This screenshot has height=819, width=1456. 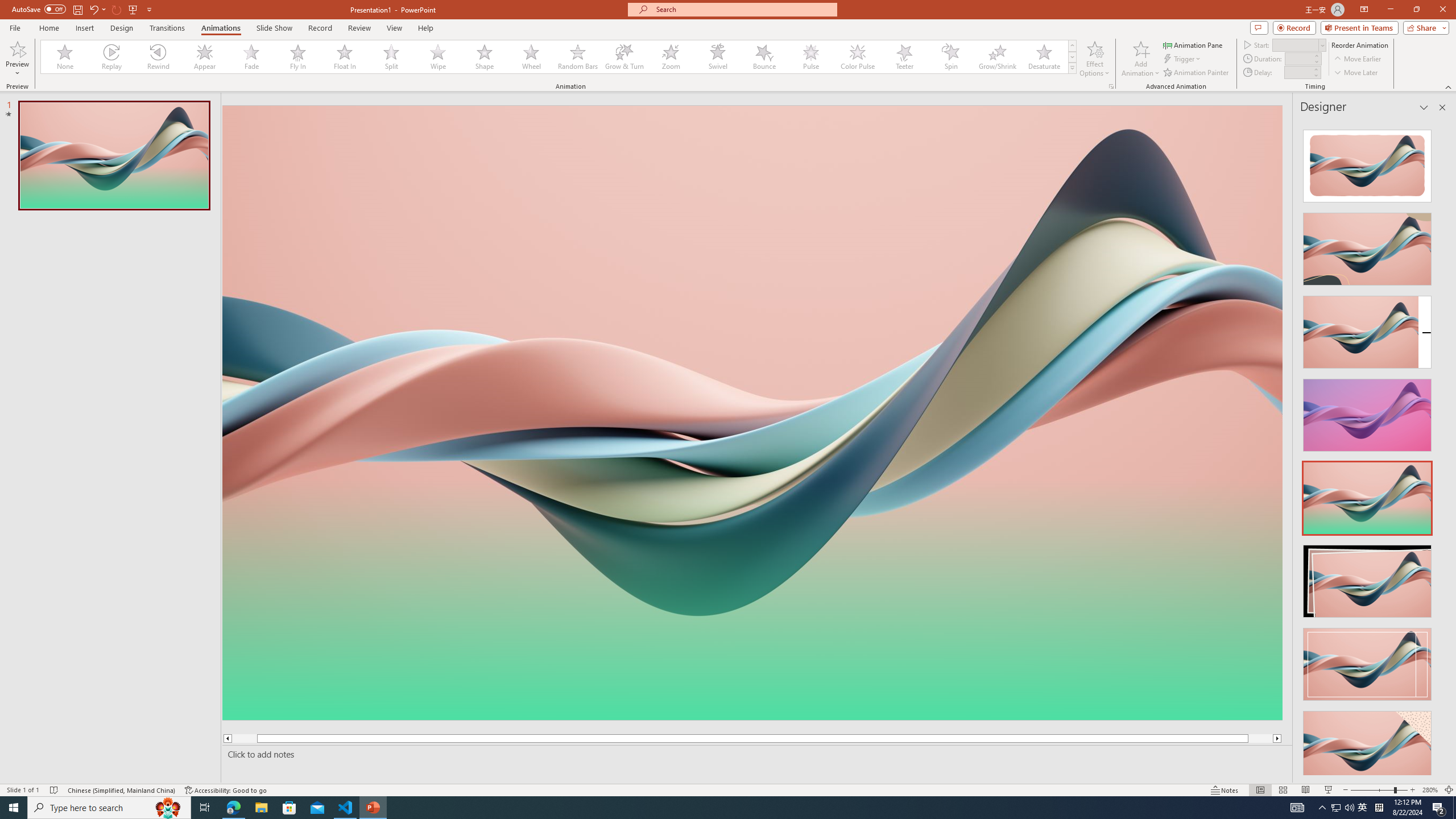 I want to click on 'None', so click(x=65, y=56).